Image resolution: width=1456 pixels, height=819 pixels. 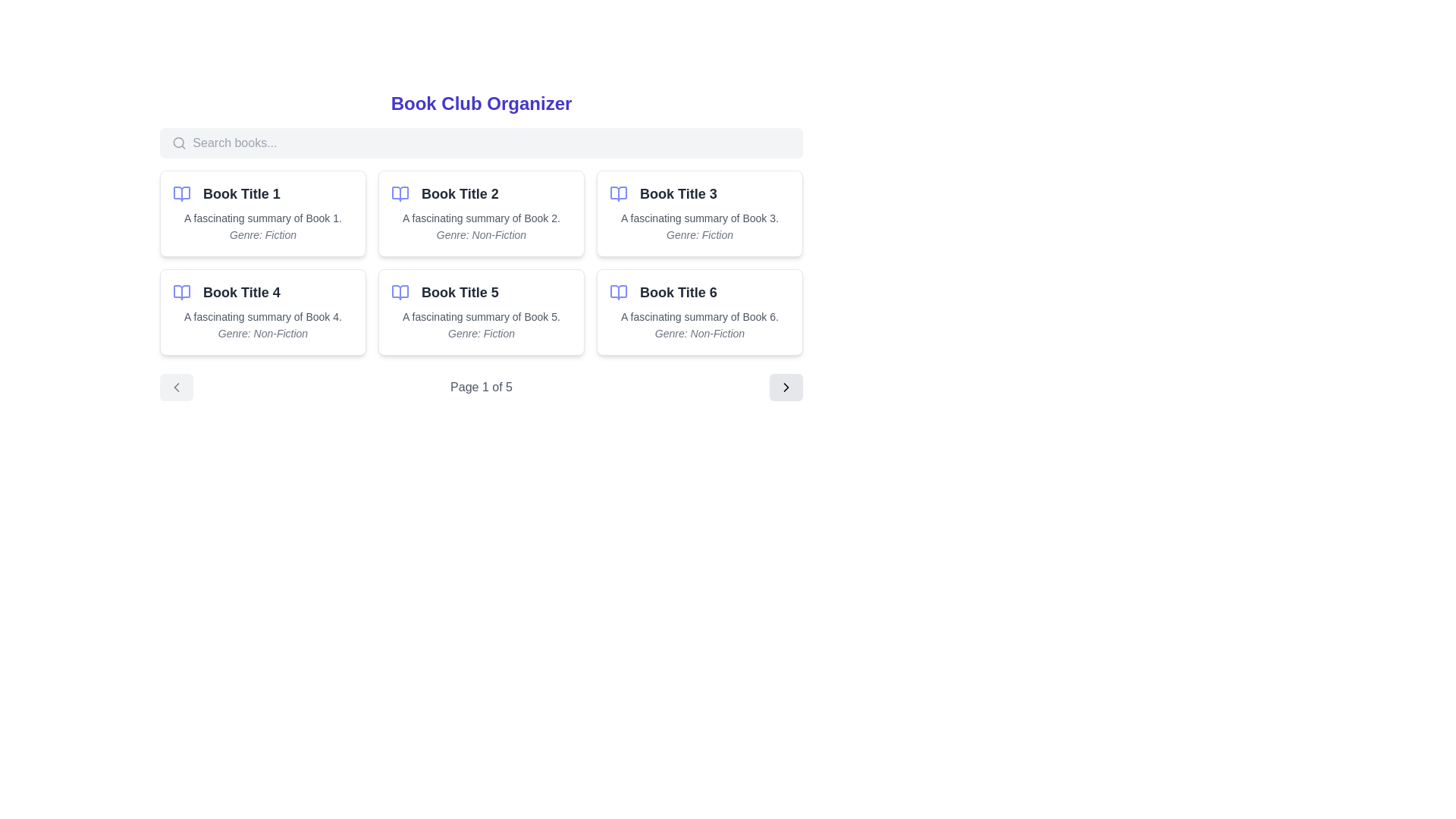 What do you see at coordinates (698, 234) in the screenshot?
I see `the genre label of the book card located at the bottom of the third card in the top row, which provides additional metadata about the book` at bounding box center [698, 234].